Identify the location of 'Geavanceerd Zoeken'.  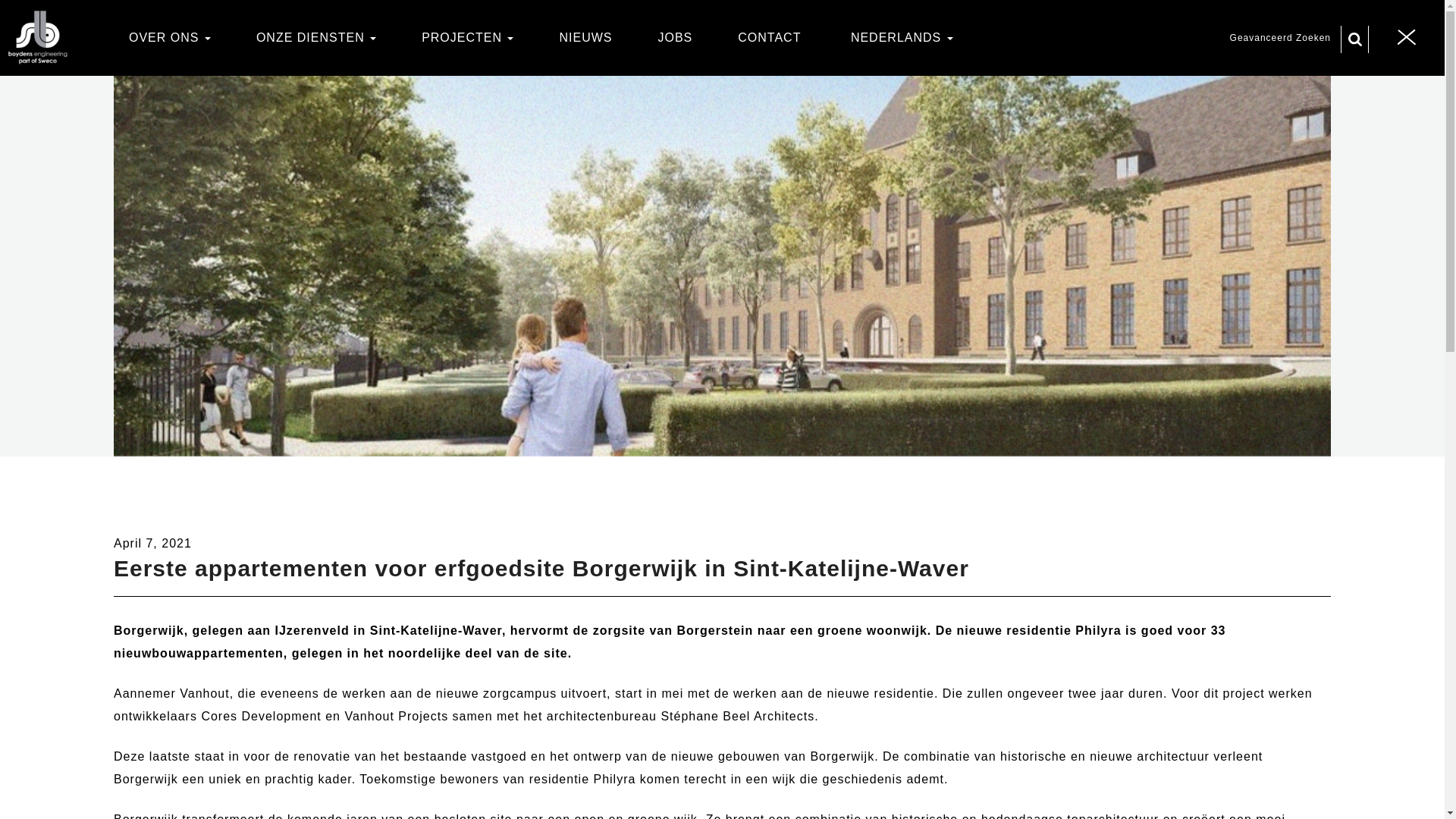
(1279, 37).